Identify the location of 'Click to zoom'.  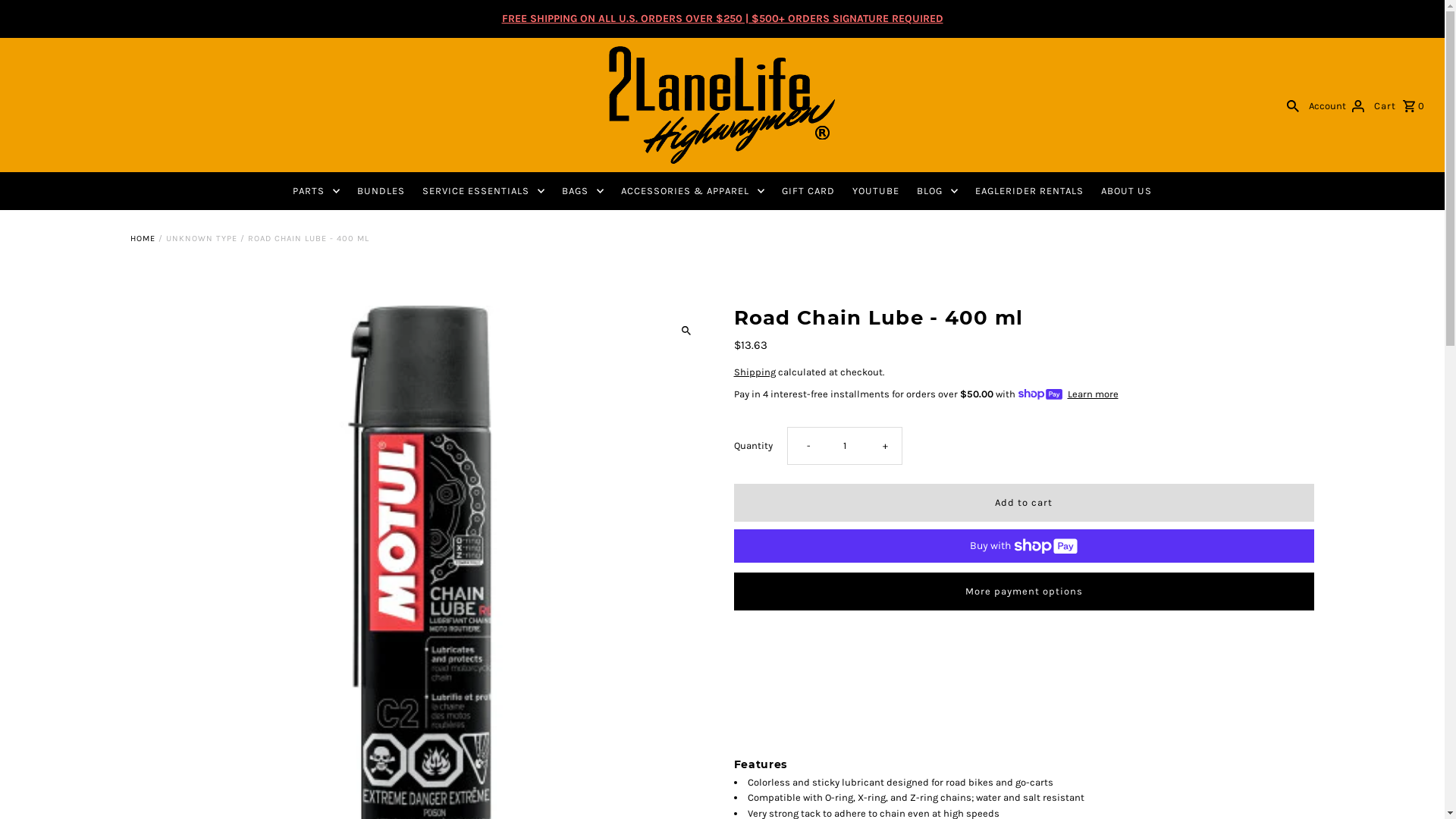
(685, 329).